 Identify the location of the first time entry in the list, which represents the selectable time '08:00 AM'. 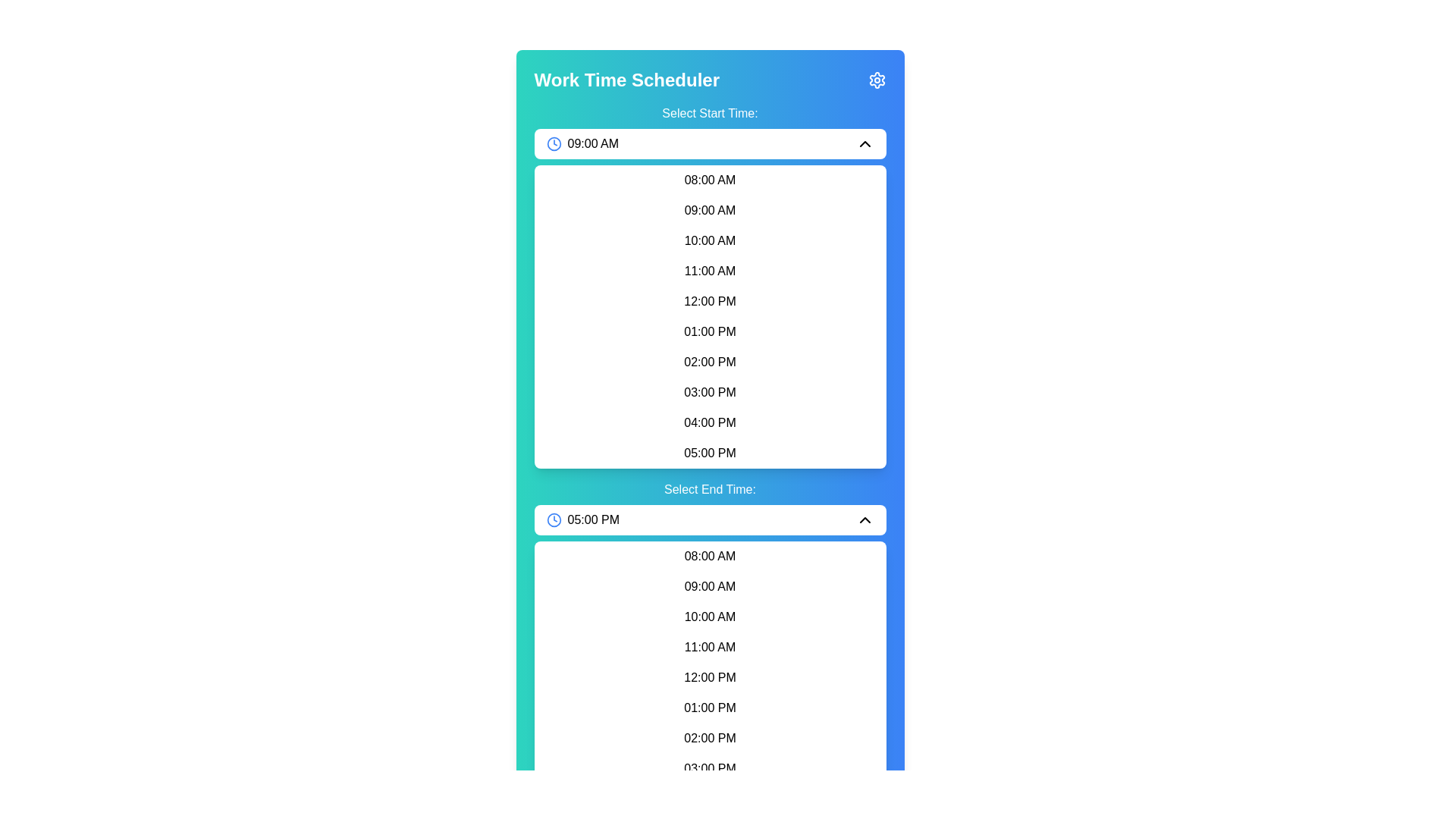
(709, 556).